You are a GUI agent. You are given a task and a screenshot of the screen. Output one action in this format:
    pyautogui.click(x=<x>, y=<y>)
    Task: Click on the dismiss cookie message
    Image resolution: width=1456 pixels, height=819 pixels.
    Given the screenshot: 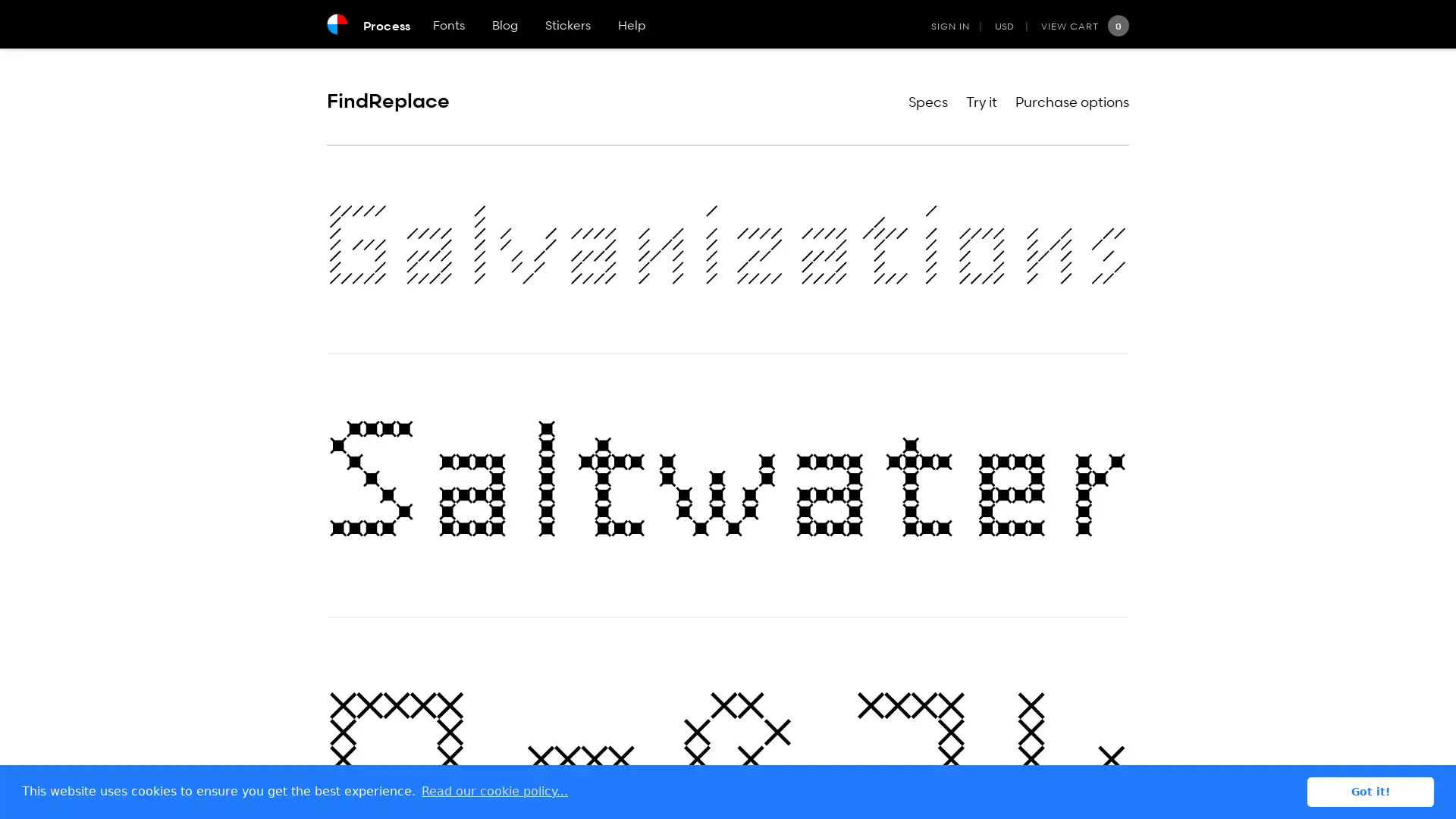 What is the action you would take?
    pyautogui.click(x=1370, y=791)
    